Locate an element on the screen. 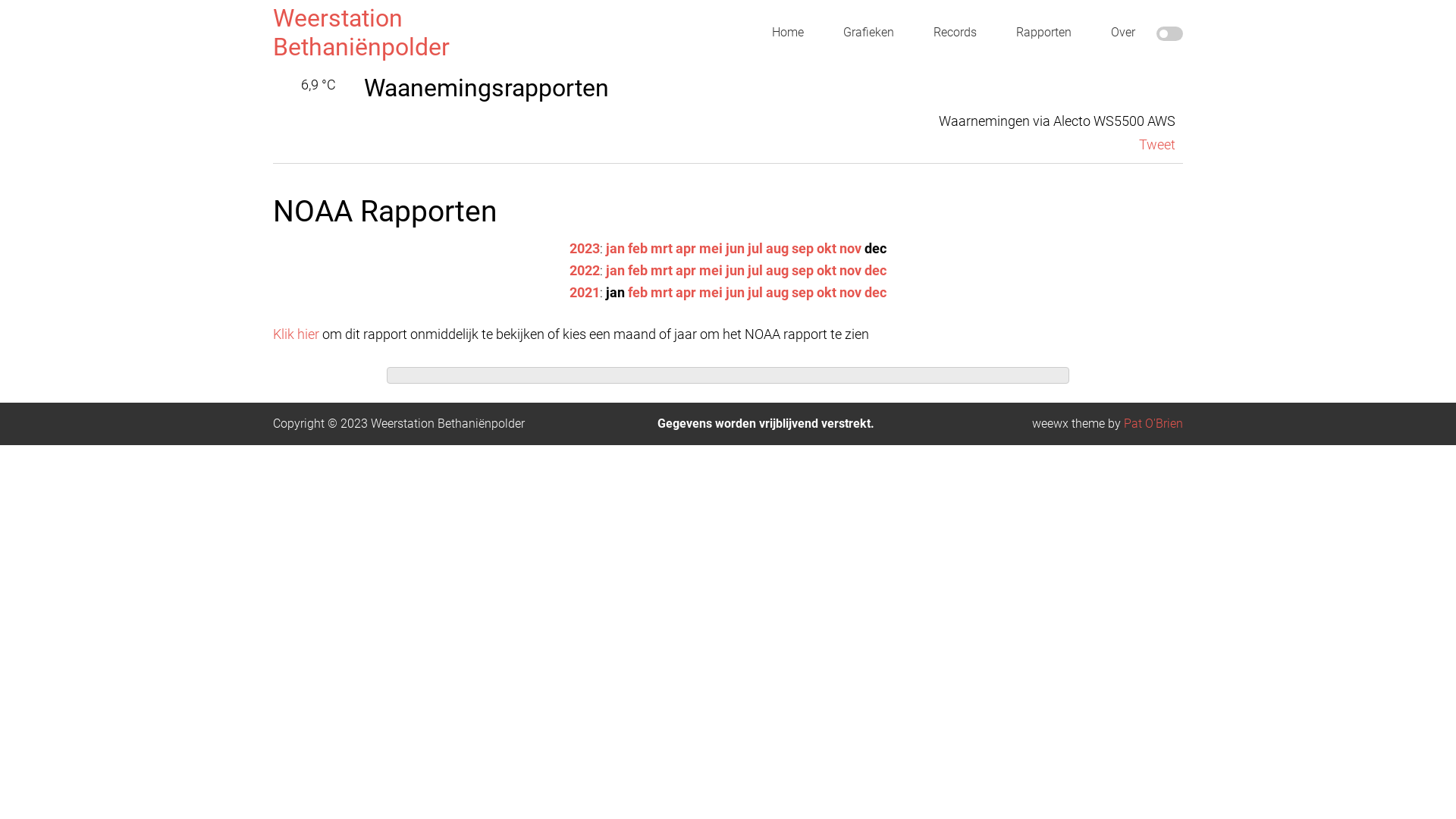 The image size is (1456, 819). 'dec' is located at coordinates (875, 292).